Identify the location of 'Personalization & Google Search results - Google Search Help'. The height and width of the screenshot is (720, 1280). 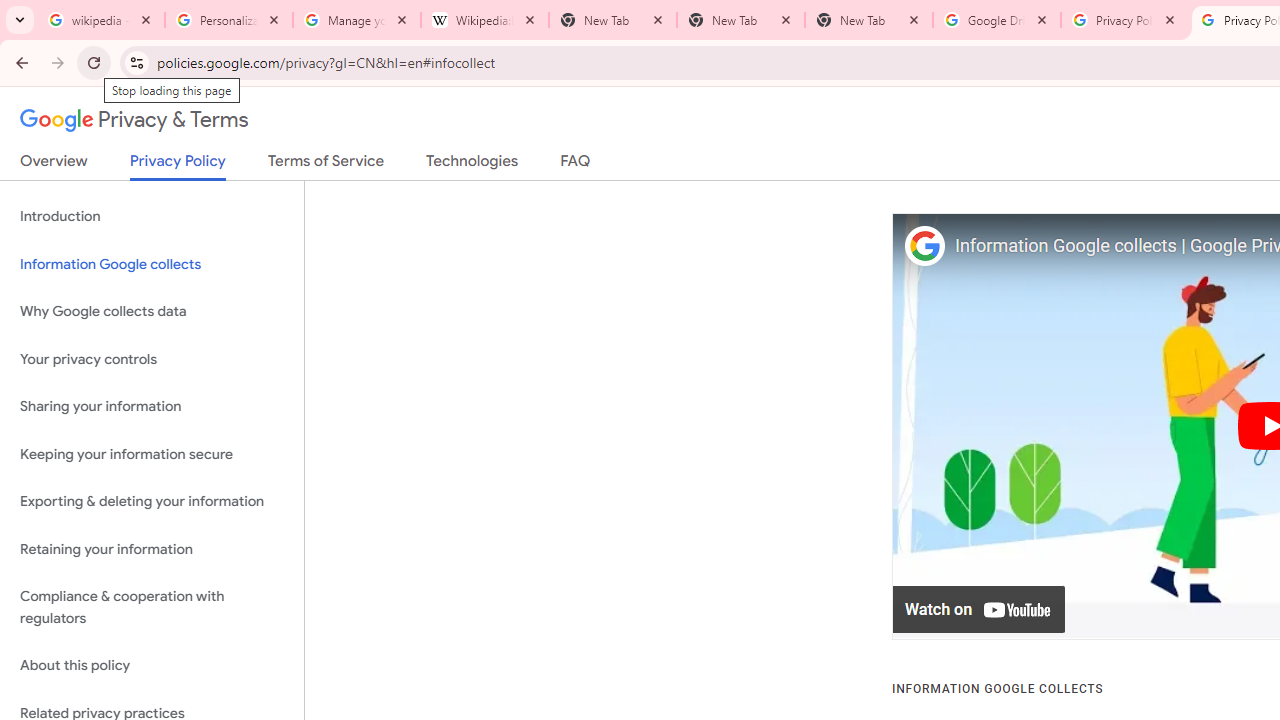
(229, 20).